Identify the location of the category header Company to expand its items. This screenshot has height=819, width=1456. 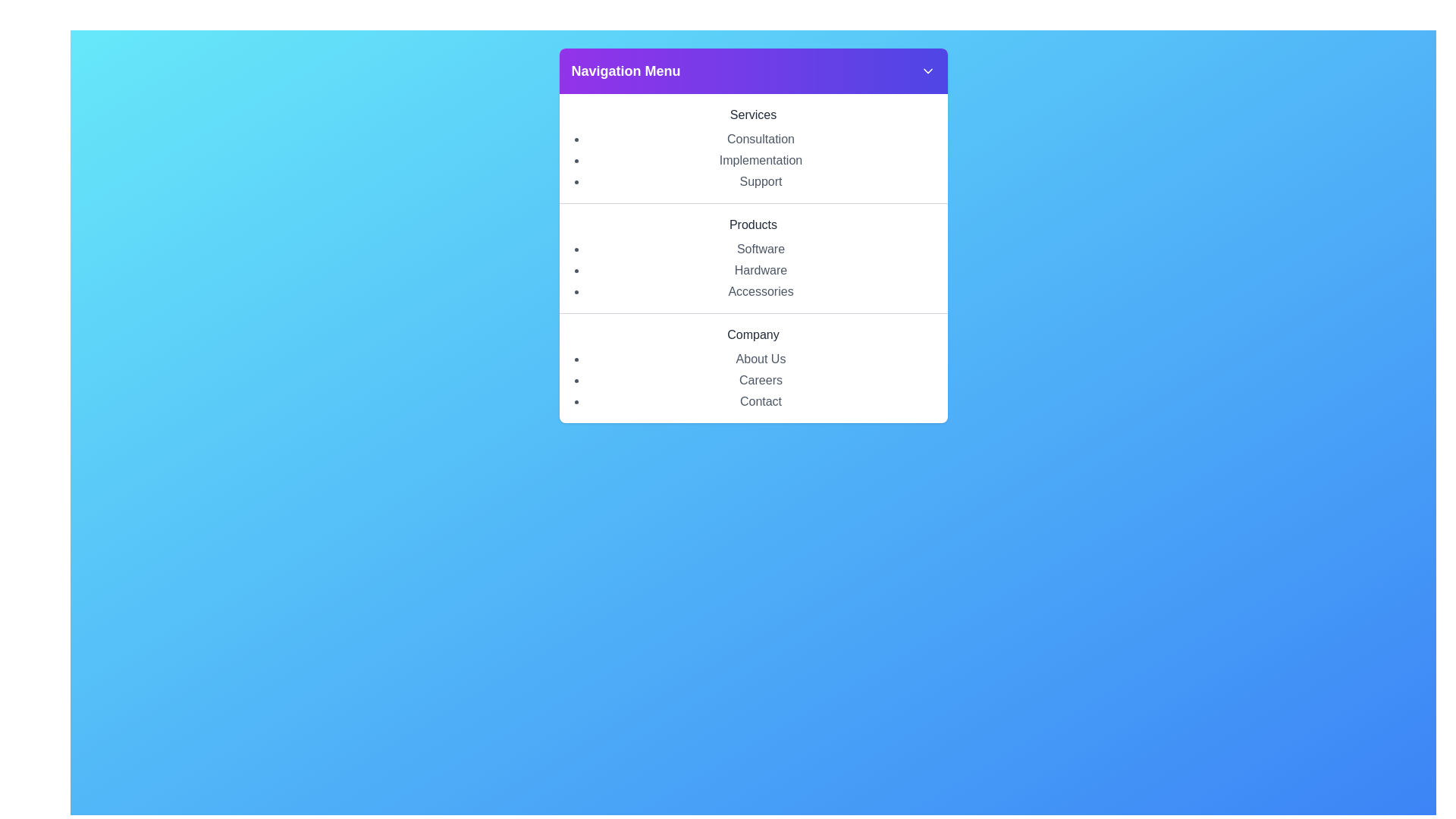
(753, 334).